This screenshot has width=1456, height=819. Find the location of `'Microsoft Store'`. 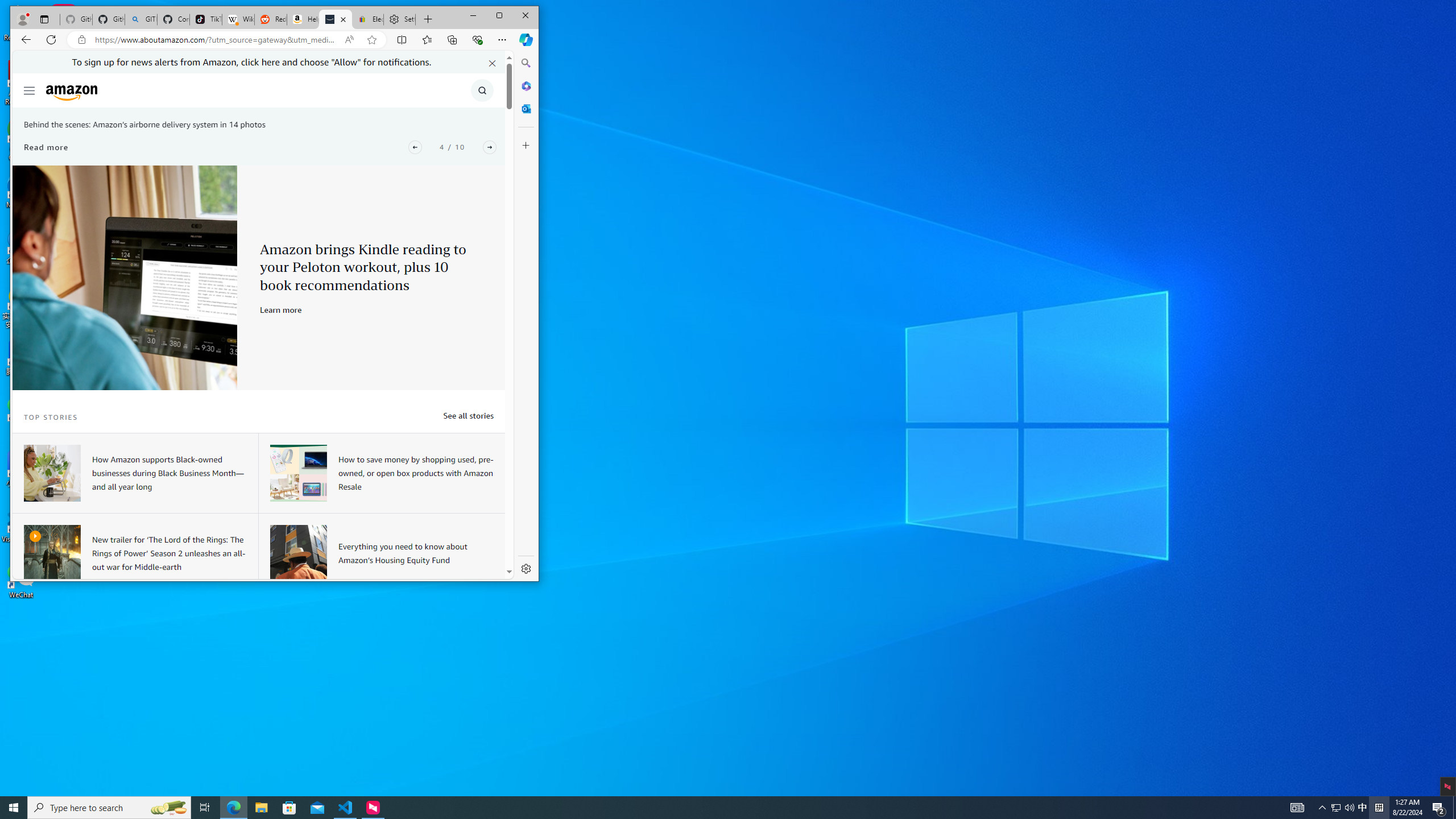

'Microsoft Store' is located at coordinates (289, 806).